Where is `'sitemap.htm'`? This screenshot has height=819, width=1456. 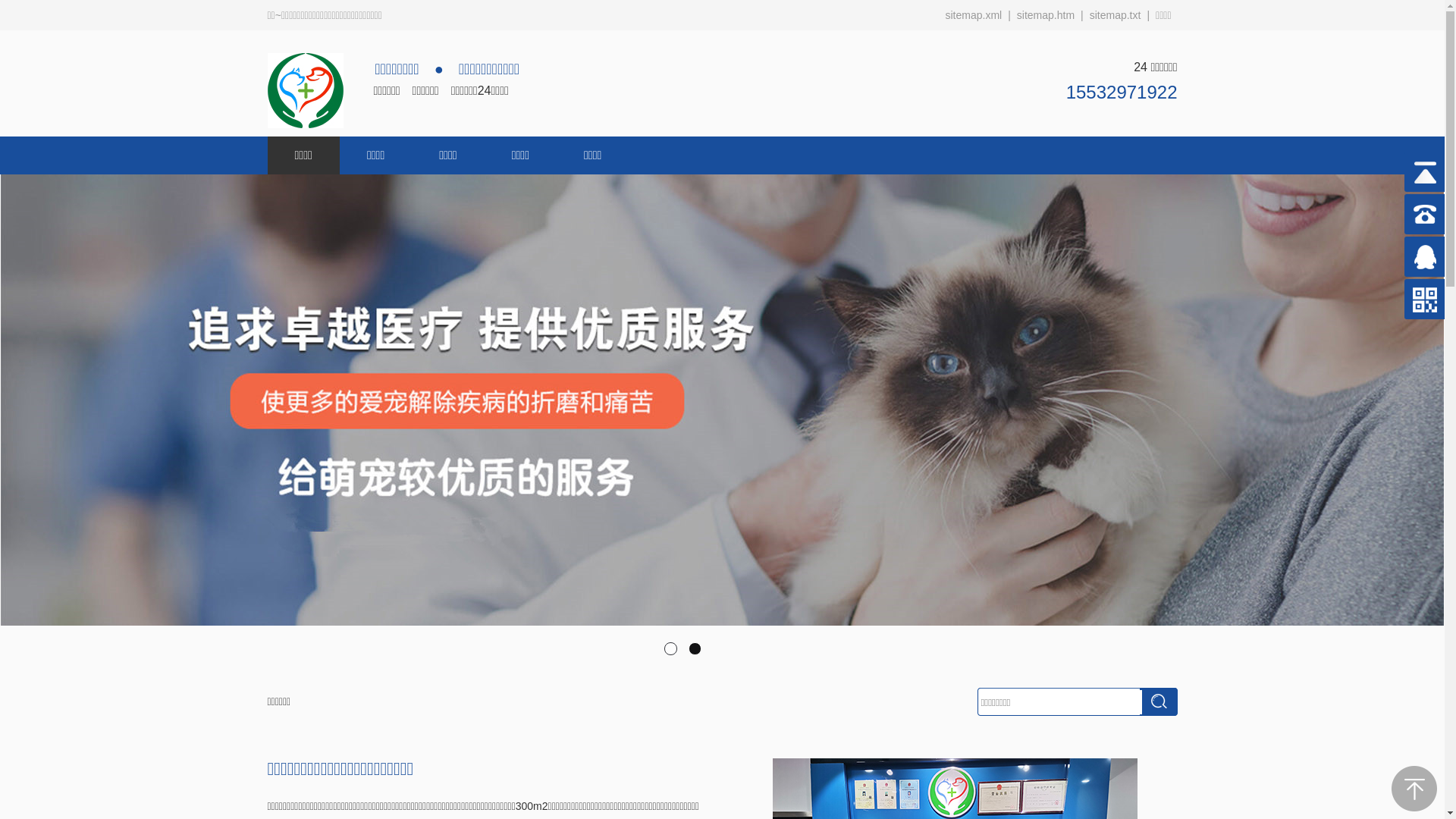
'sitemap.htm' is located at coordinates (1044, 14).